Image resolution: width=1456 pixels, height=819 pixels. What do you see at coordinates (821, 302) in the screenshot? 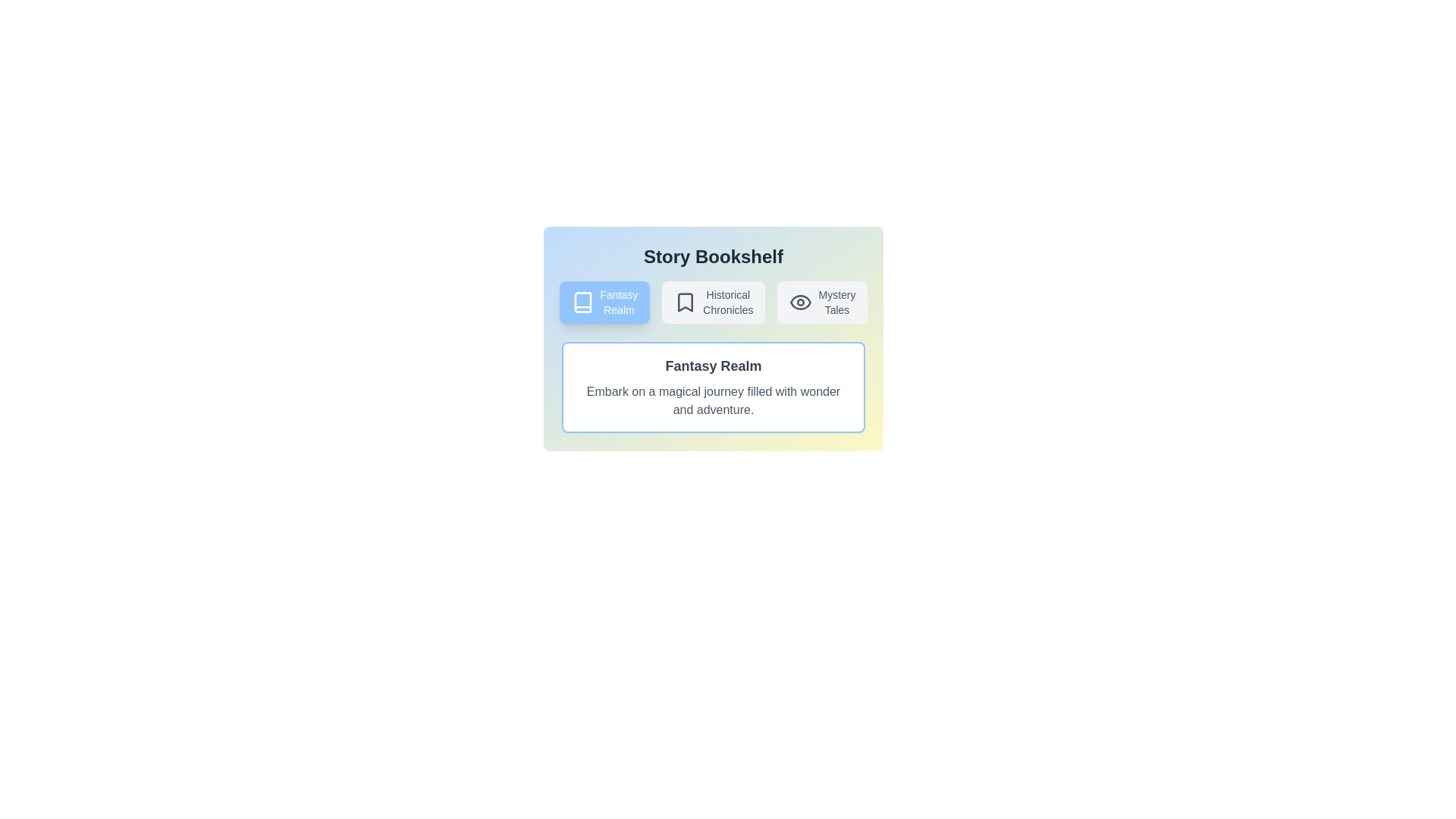
I see `the button corresponding to Mystery Tales to navigate to that story` at bounding box center [821, 302].